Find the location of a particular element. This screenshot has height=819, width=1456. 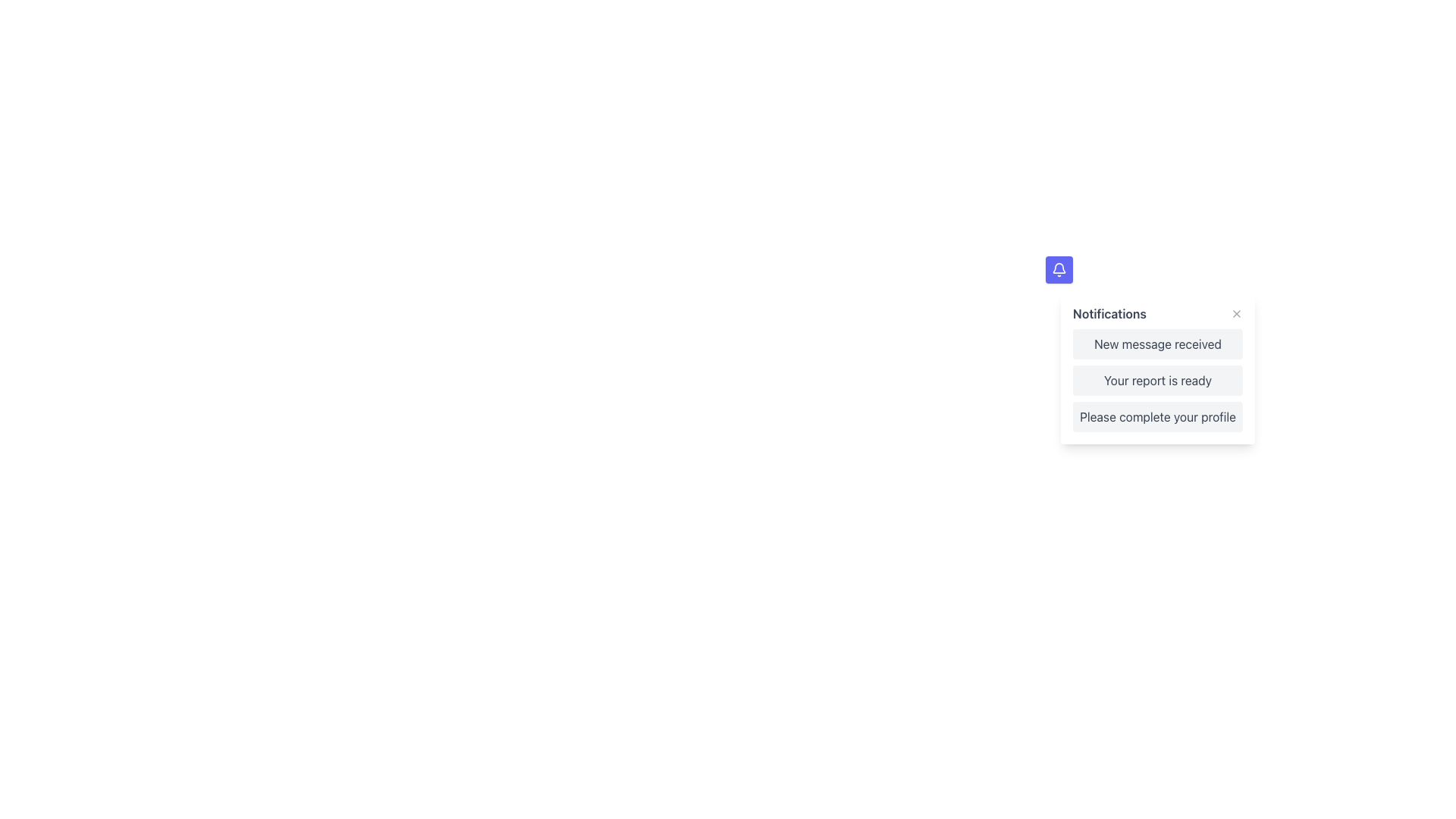

the static text notification displaying 'New message received' located in the Notifications panel is located at coordinates (1156, 344).